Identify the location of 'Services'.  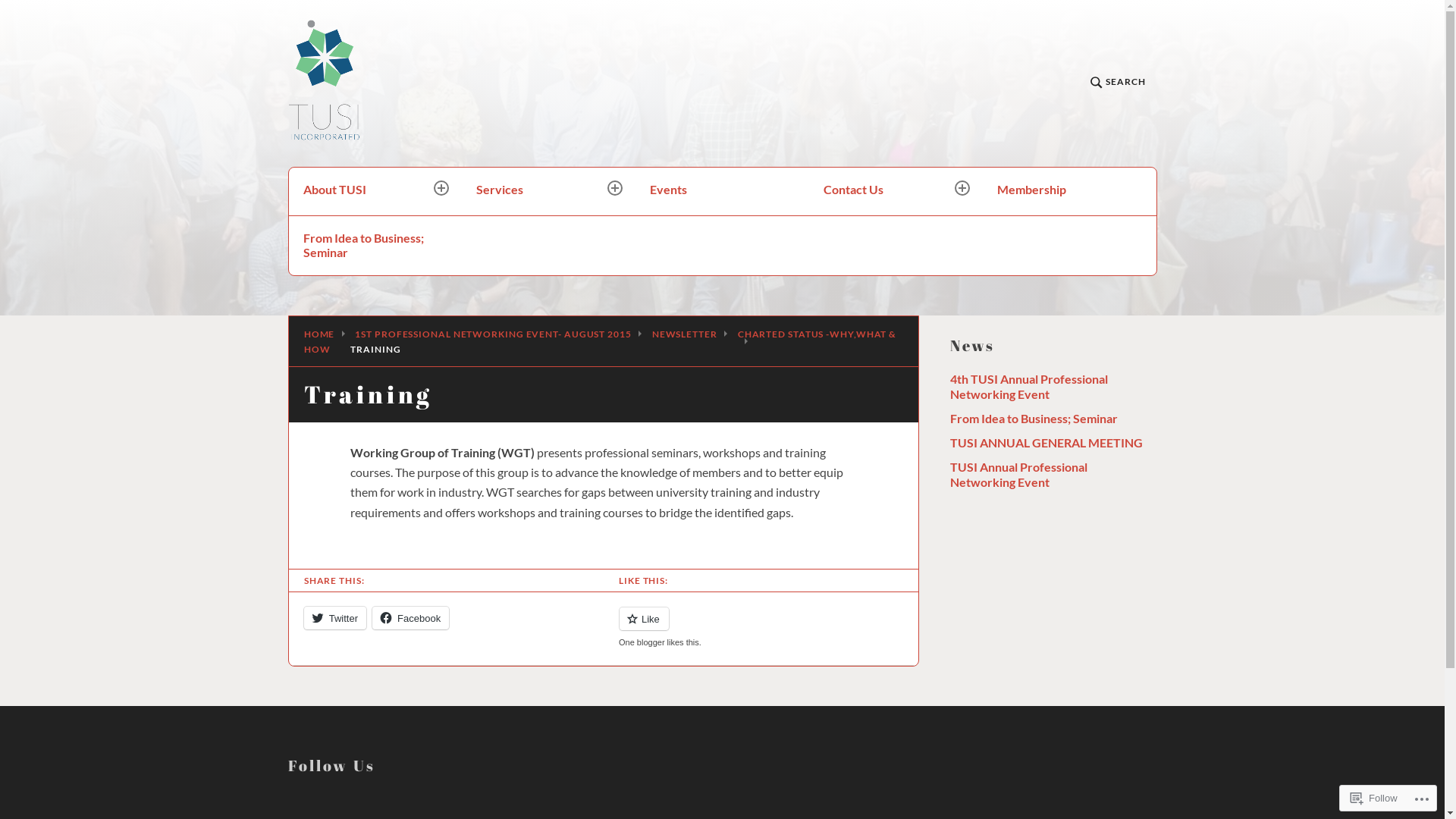
(548, 190).